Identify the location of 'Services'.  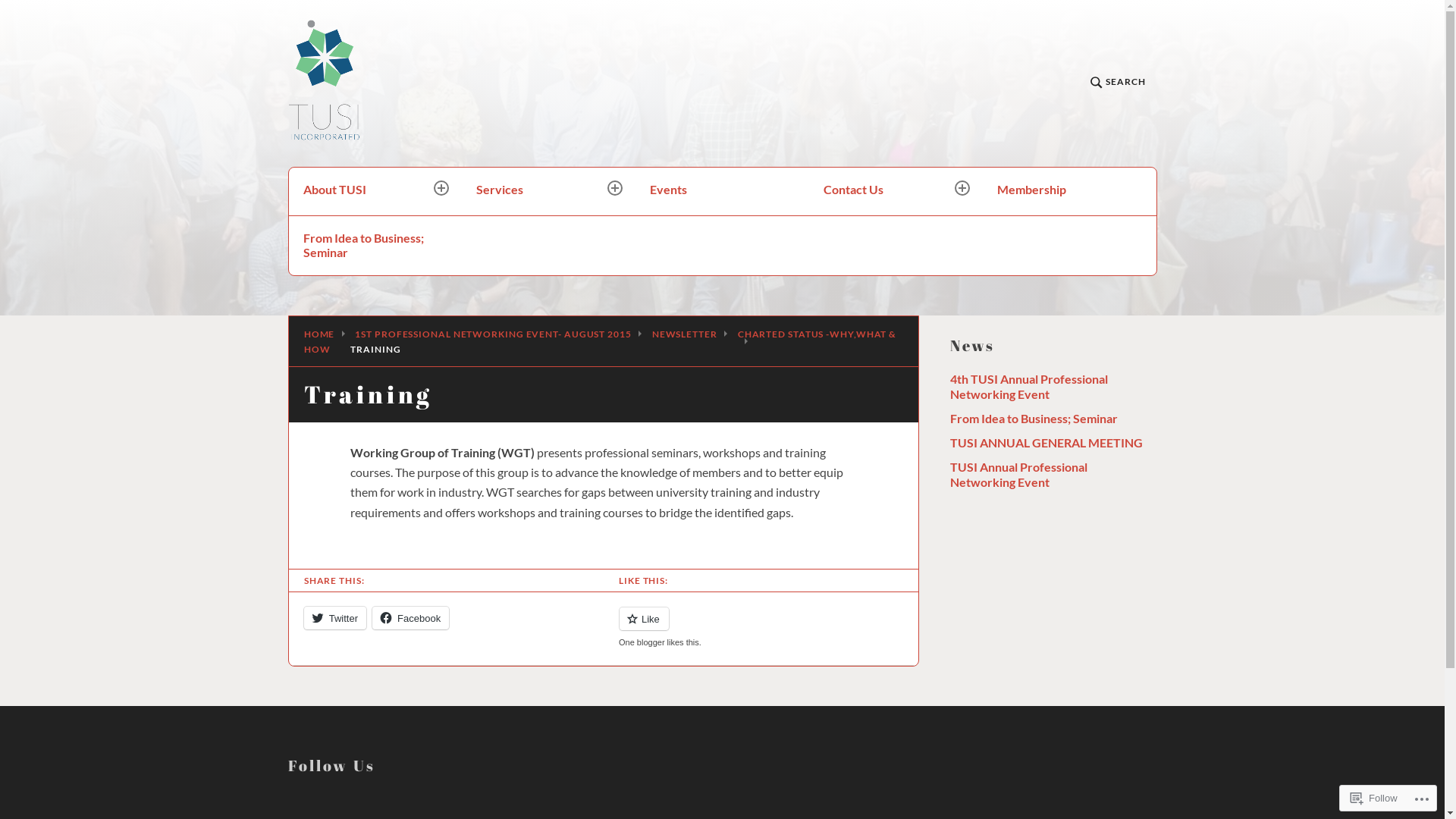
(548, 190).